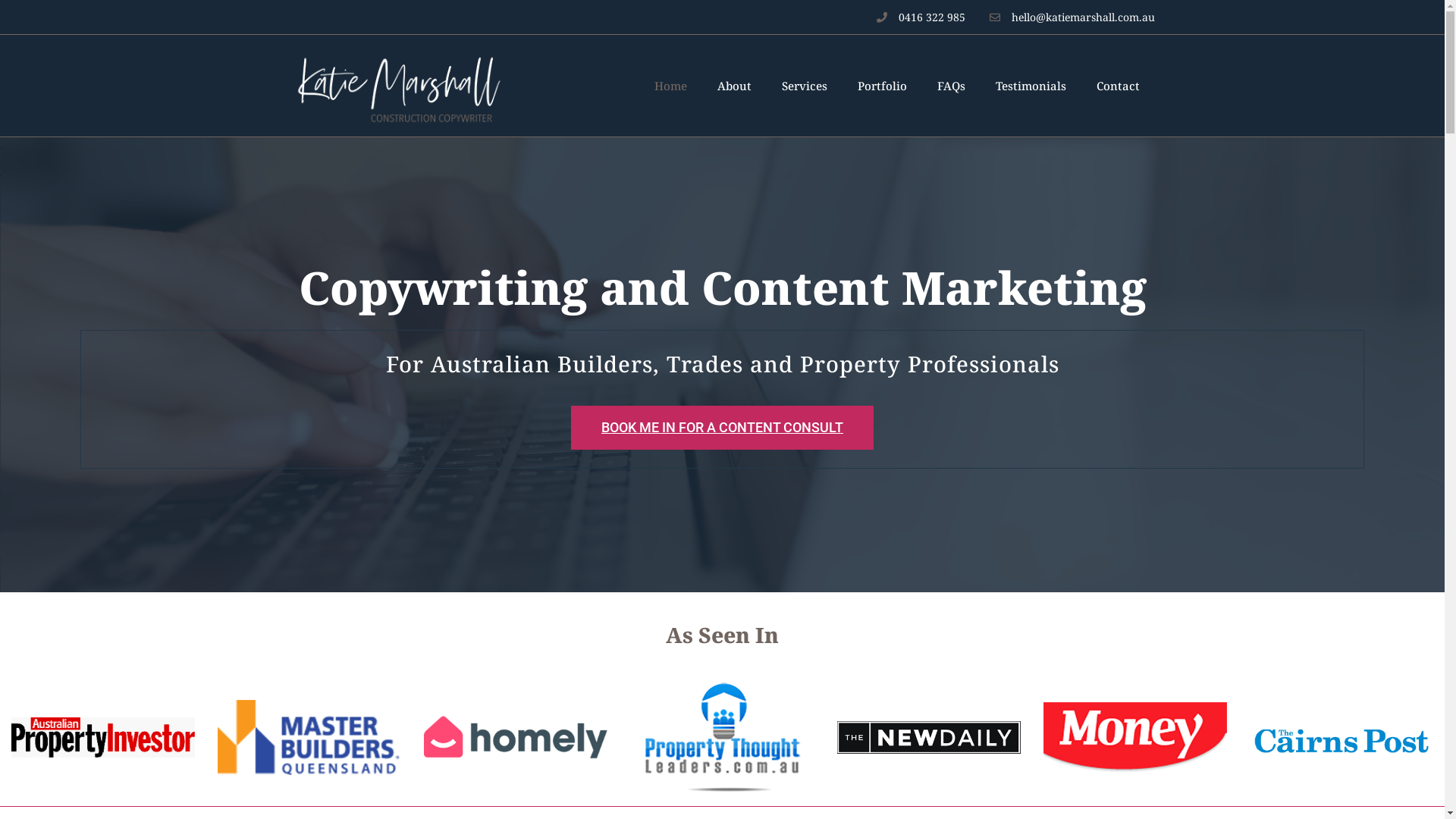  What do you see at coordinates (701, 85) in the screenshot?
I see `'About'` at bounding box center [701, 85].